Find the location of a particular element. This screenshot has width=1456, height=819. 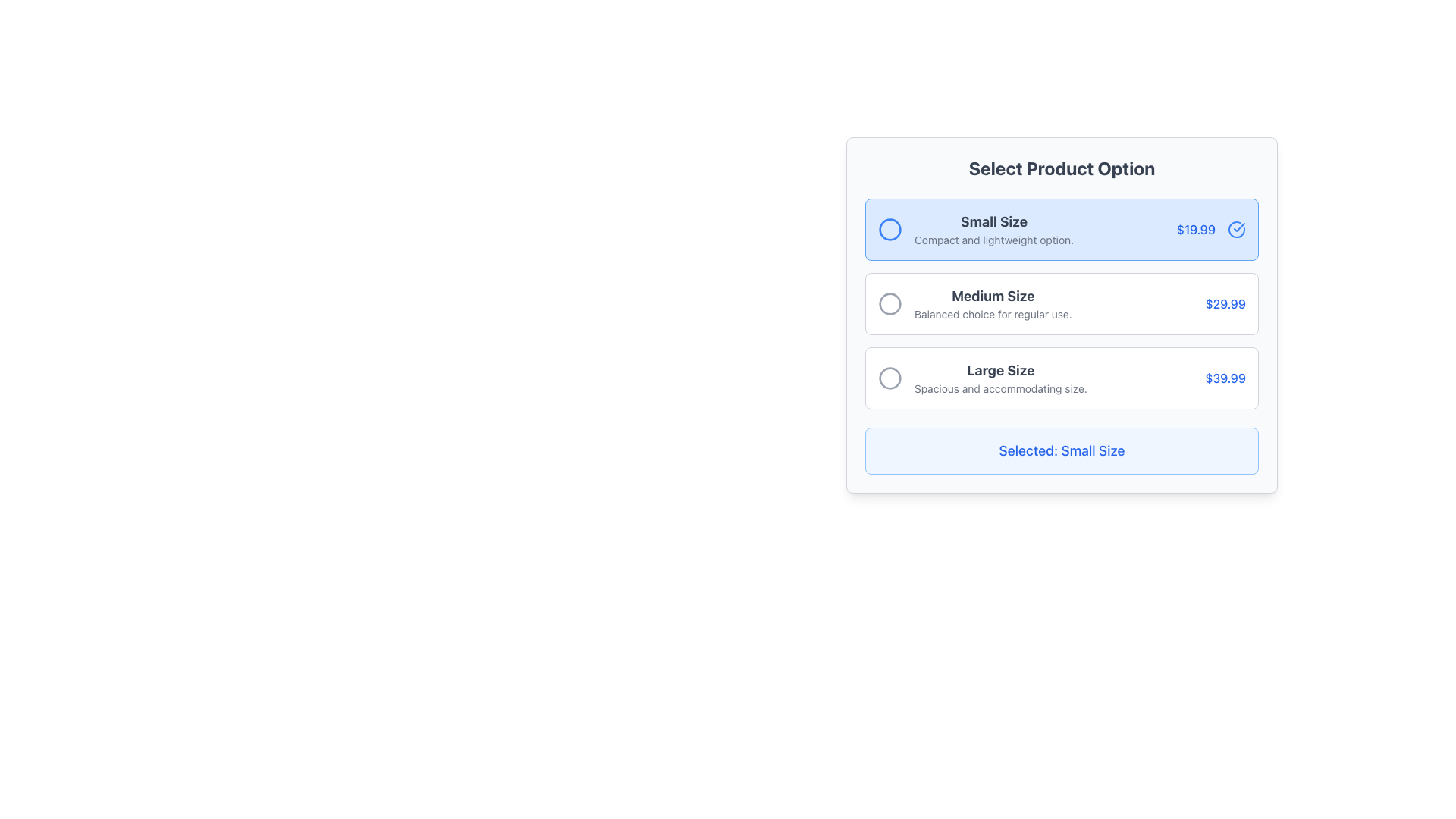

the static informational box that confirms the 'Small Size' option is currently selected, located at the bottom of the product options is located at coordinates (1061, 450).